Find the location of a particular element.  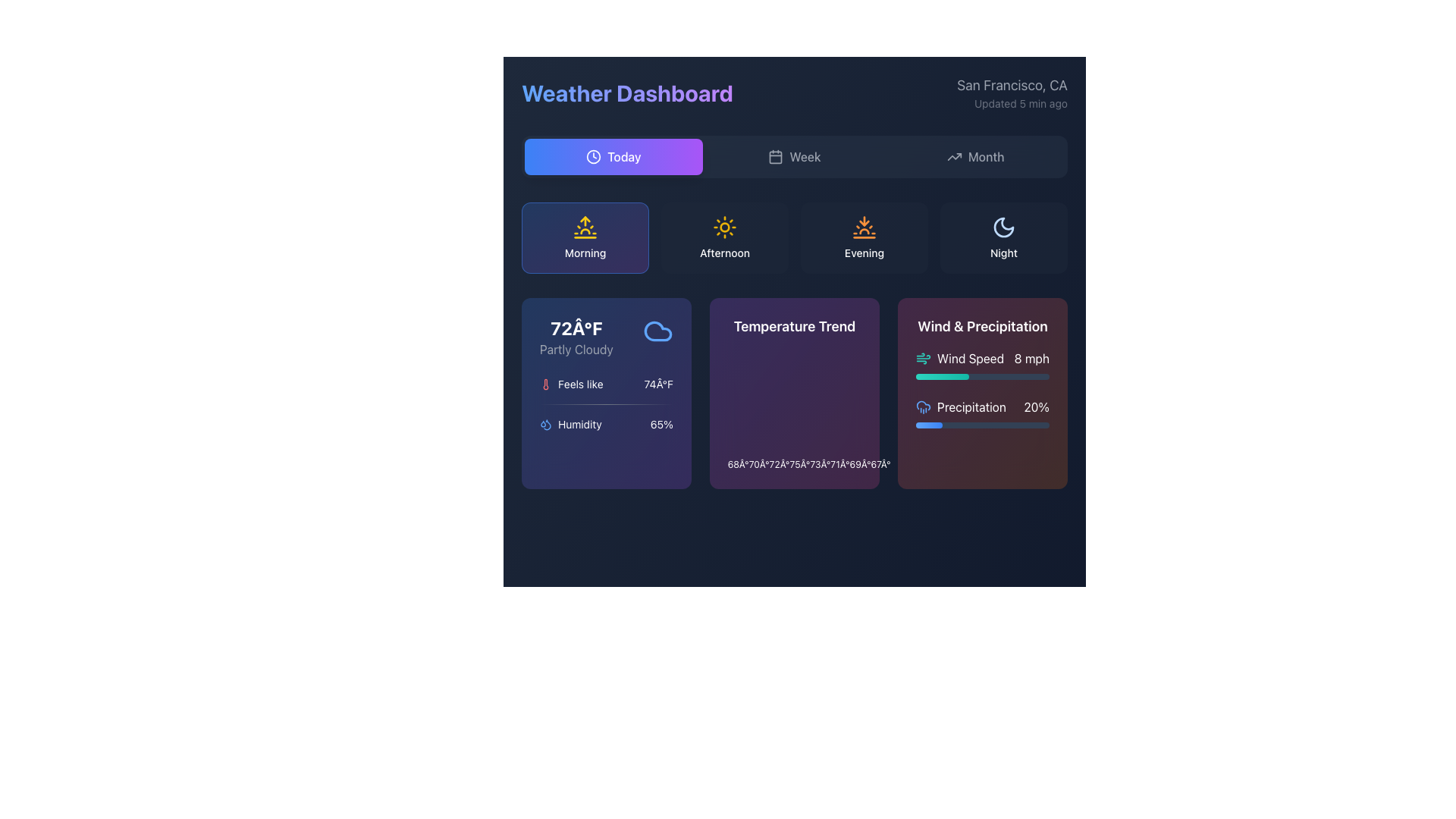

the text label displaying '67Â°' in a tiny font size, which is styled with a white color on a dark background, positioned at the bottom of the 'Temperature Trend' widget is located at coordinates (880, 464).